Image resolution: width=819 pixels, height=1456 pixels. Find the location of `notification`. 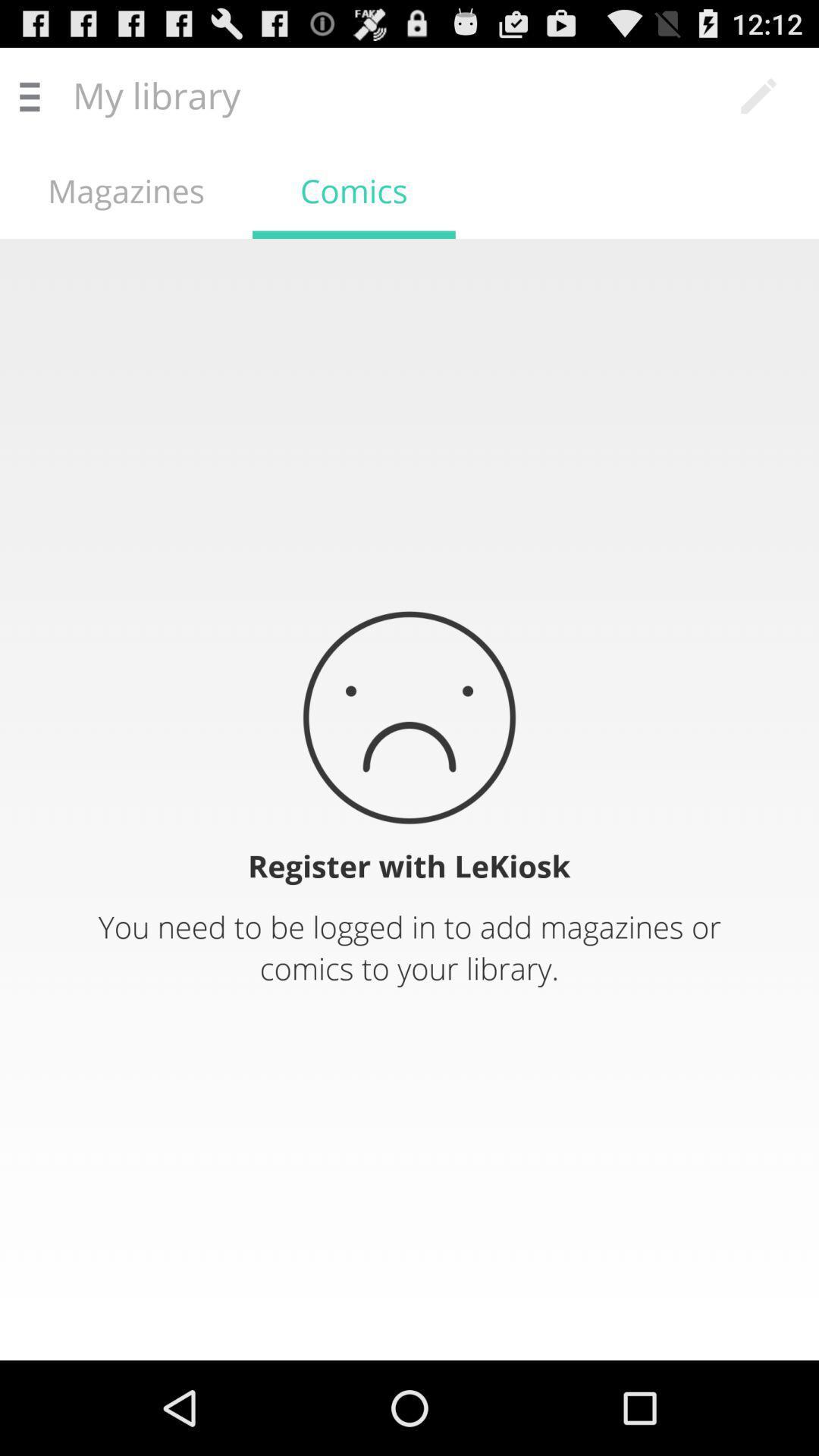

notification is located at coordinates (409, 799).